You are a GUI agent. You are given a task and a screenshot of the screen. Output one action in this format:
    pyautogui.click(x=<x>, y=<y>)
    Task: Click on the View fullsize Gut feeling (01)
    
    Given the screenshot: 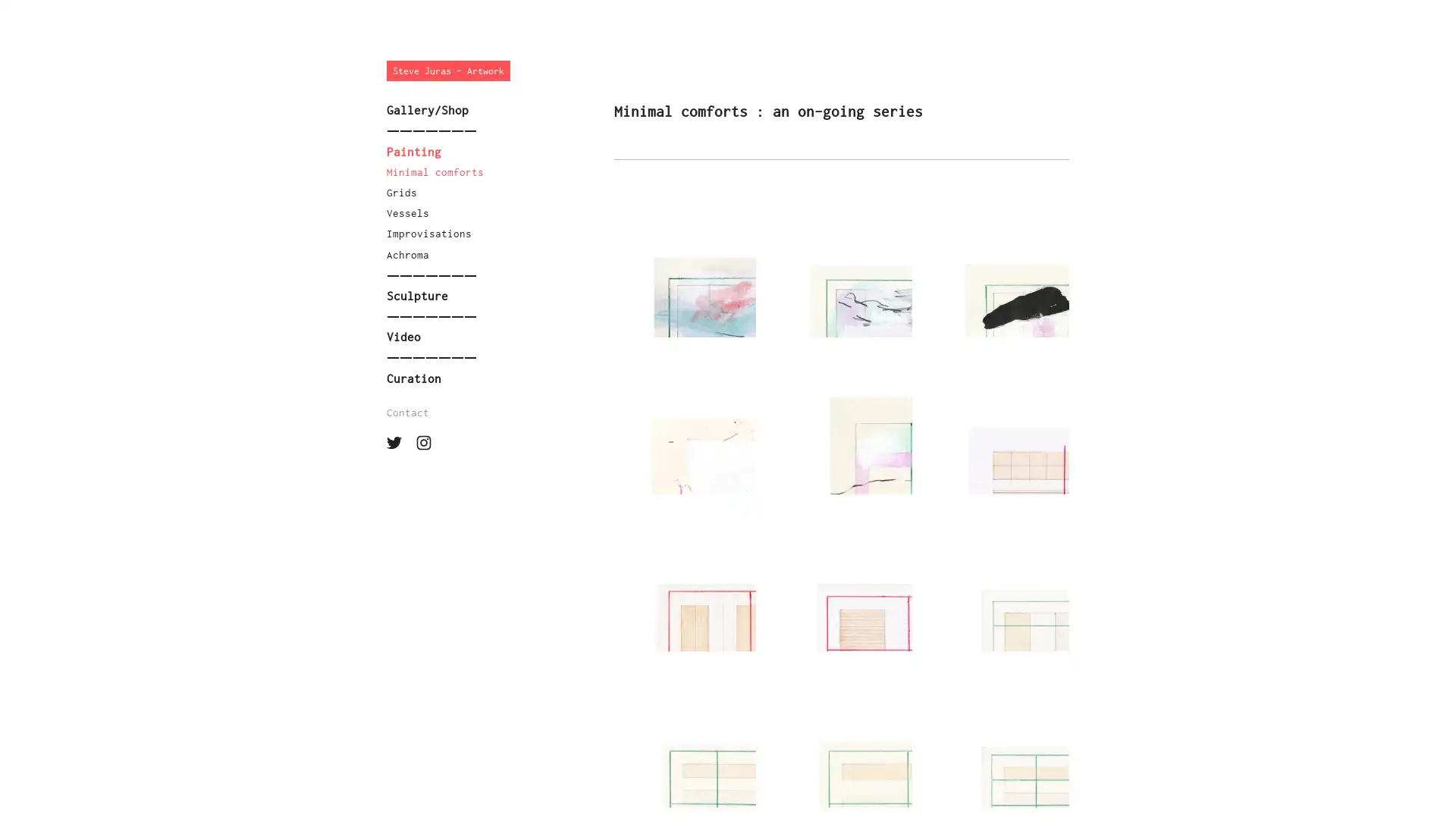 What is the action you would take?
    pyautogui.click(x=840, y=265)
    